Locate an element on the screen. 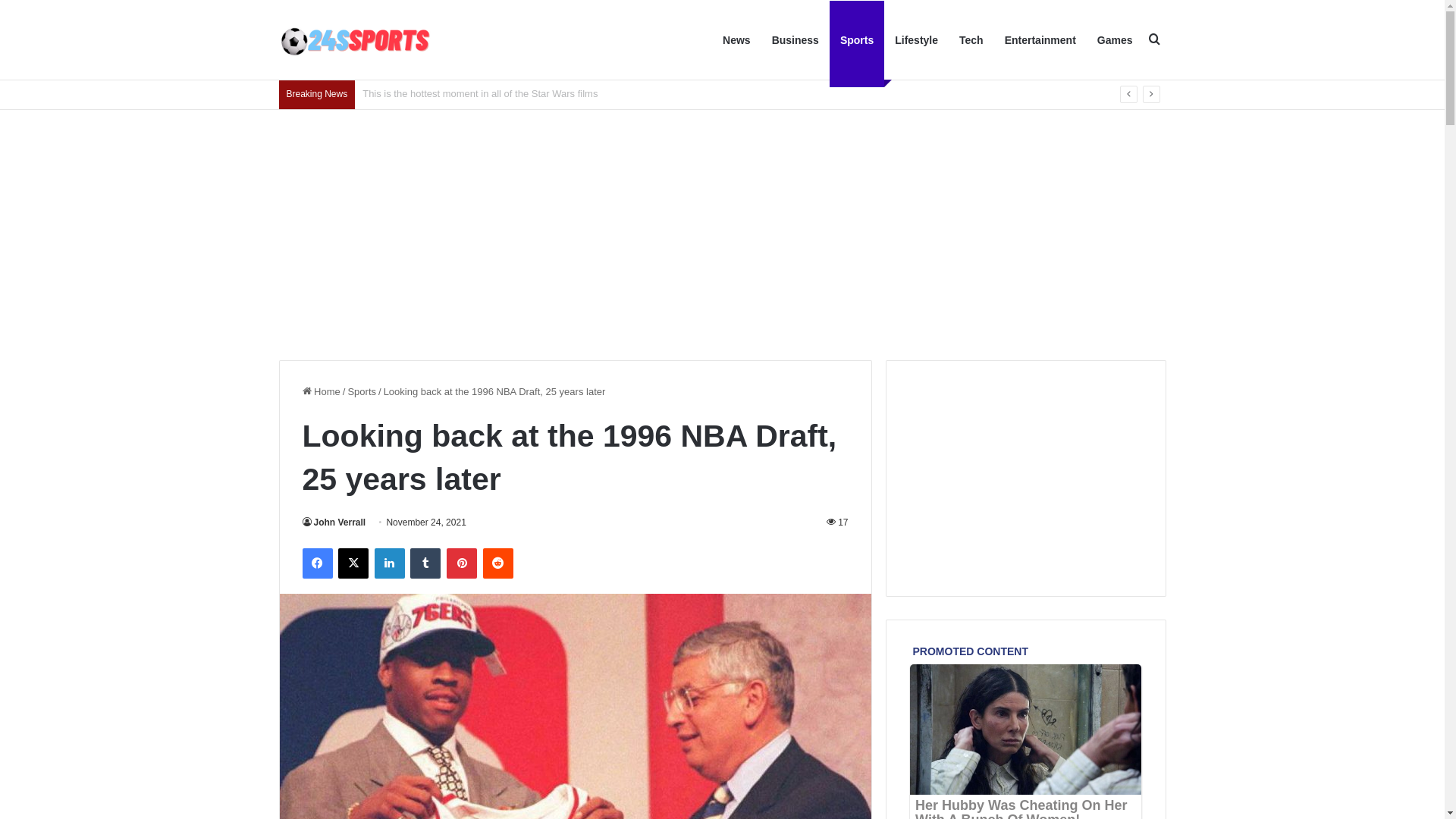 The image size is (1456, 819). 'Lifestyle' is located at coordinates (915, 39).